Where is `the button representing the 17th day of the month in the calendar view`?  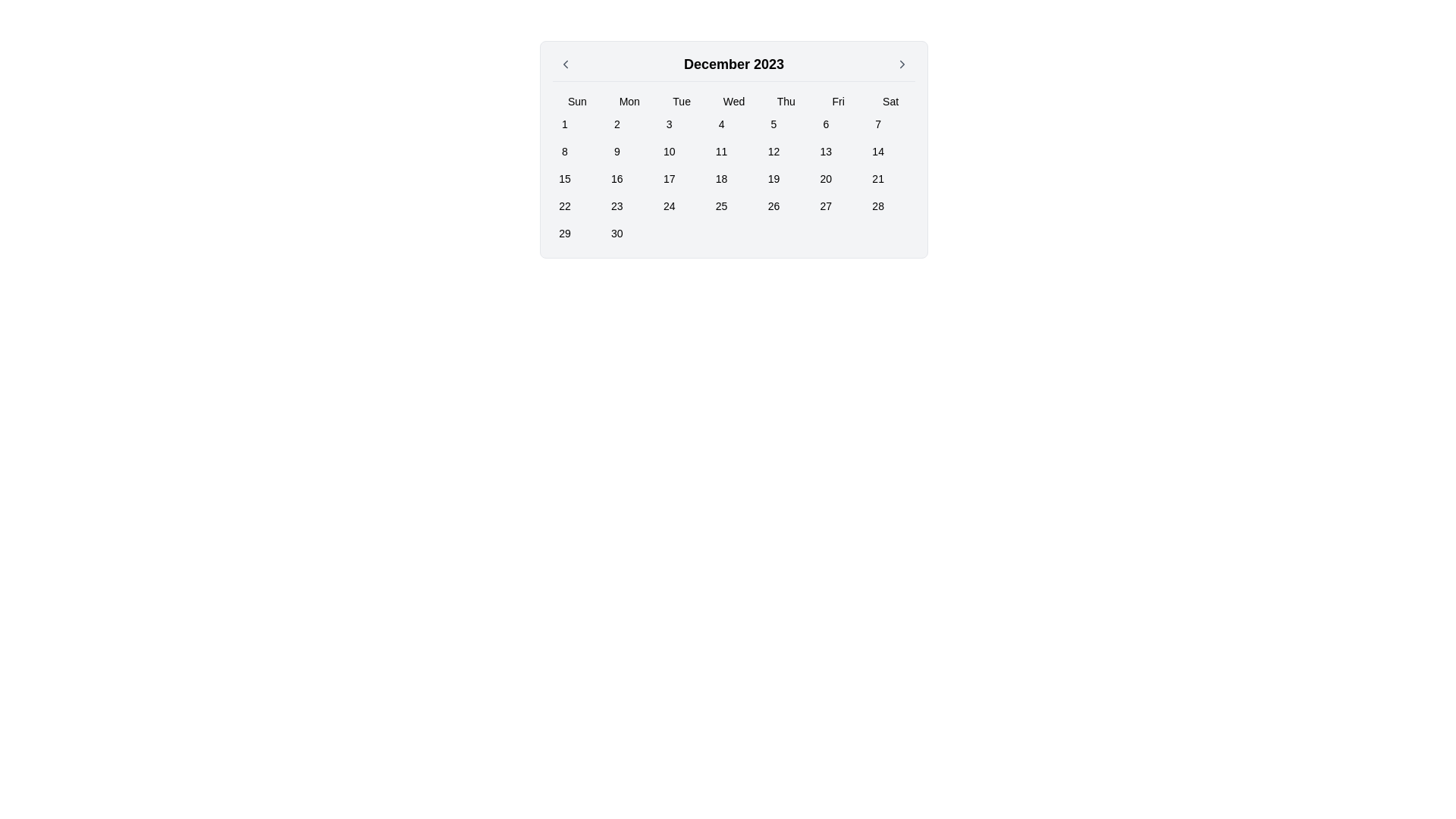 the button representing the 17th day of the month in the calendar view is located at coordinates (668, 177).